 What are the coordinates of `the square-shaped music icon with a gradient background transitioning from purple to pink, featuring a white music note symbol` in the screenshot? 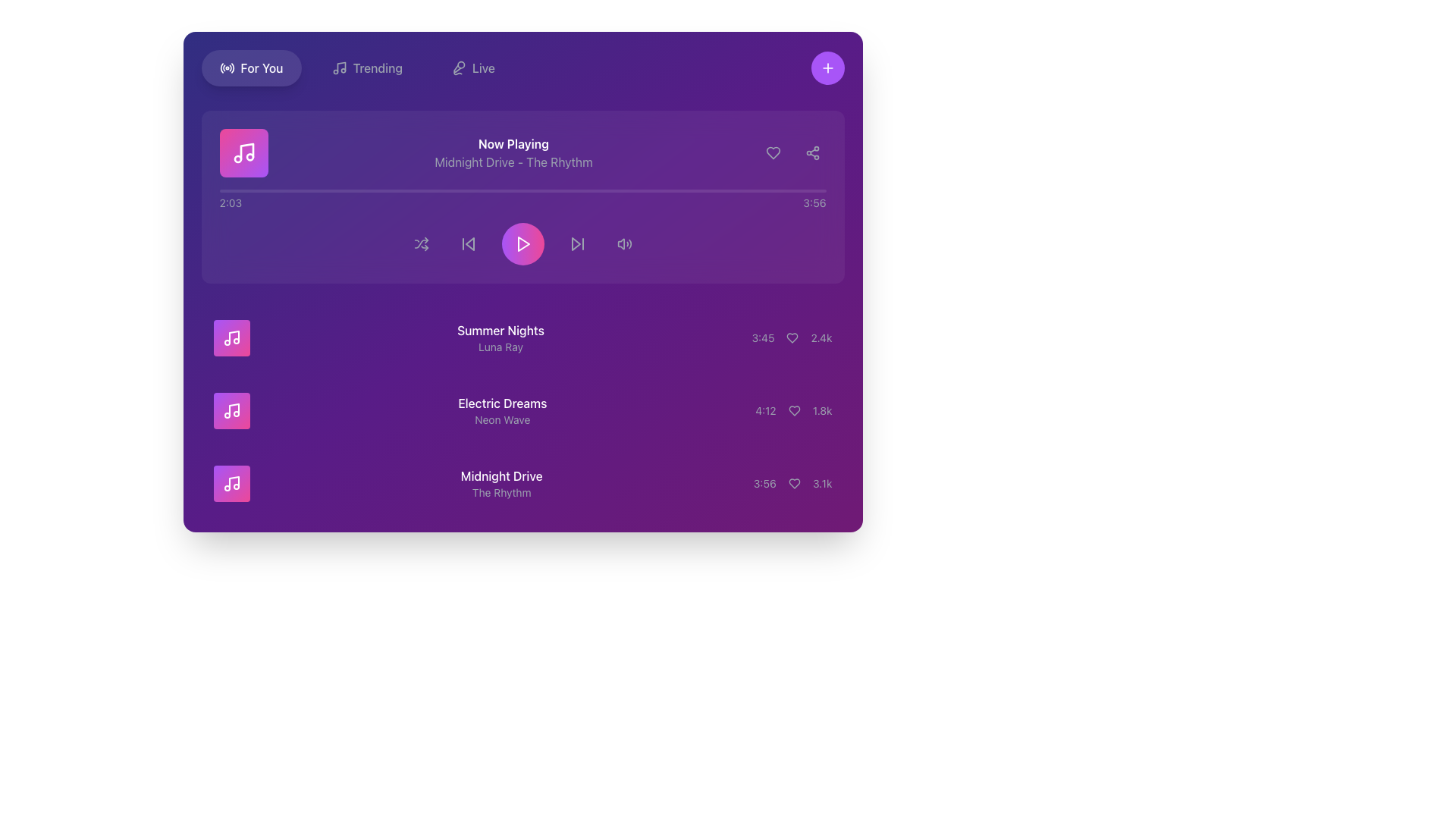 It's located at (231, 337).